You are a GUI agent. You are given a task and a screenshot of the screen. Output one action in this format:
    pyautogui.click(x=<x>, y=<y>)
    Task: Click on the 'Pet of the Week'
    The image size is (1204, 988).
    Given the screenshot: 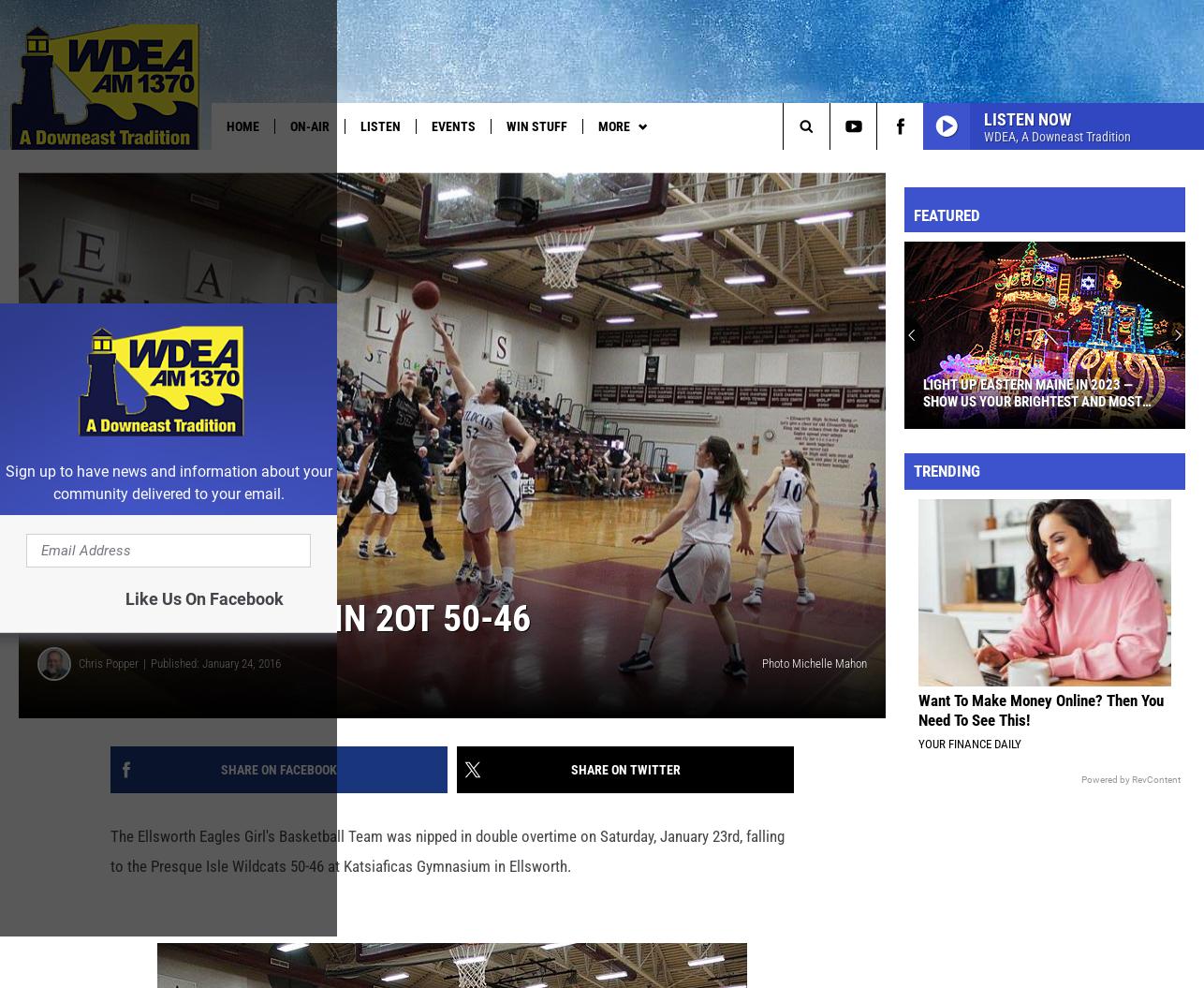 What is the action you would take?
    pyautogui.click(x=610, y=164)
    